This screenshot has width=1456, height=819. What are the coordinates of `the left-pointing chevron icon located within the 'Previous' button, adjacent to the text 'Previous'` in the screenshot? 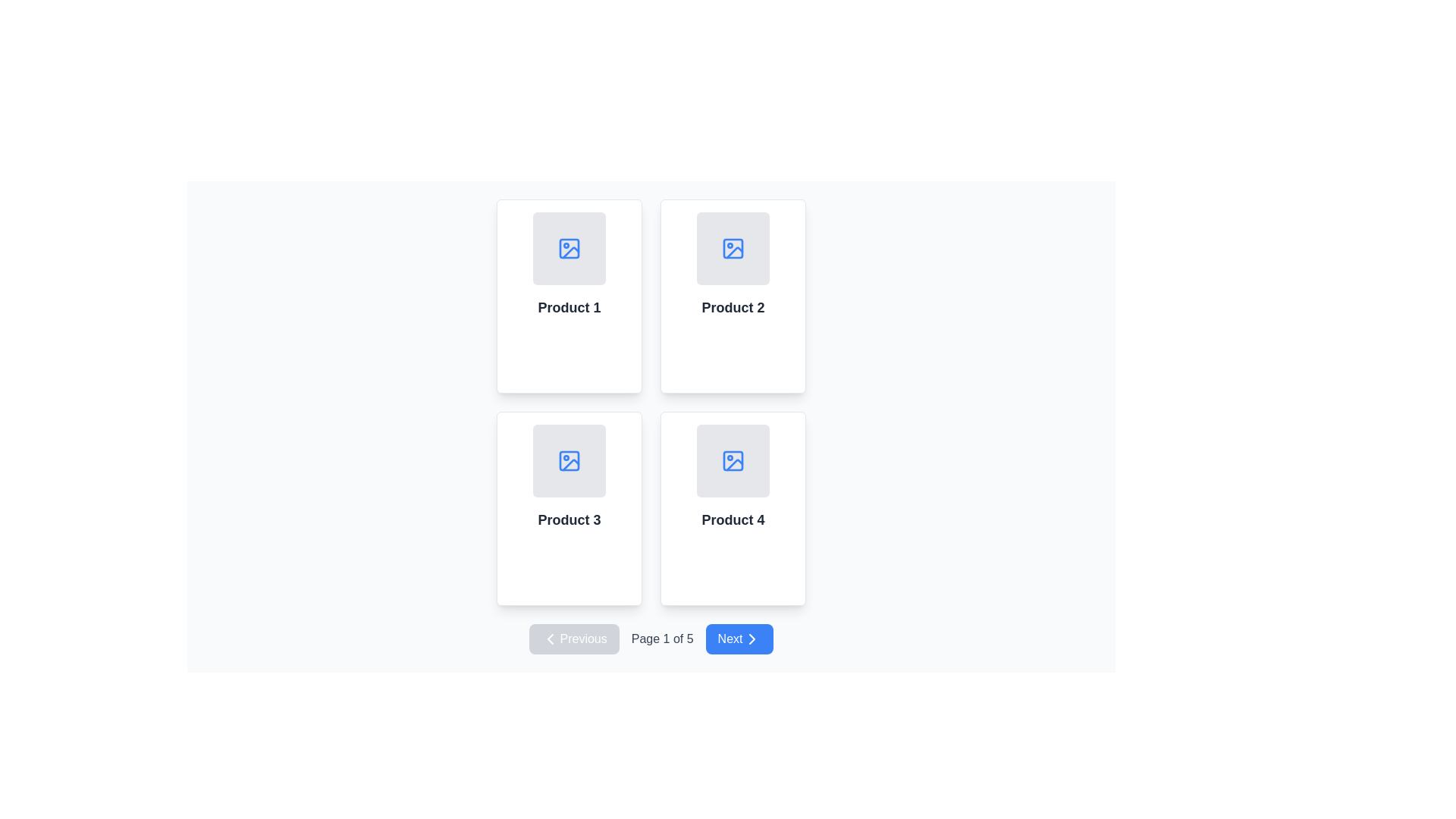 It's located at (550, 639).